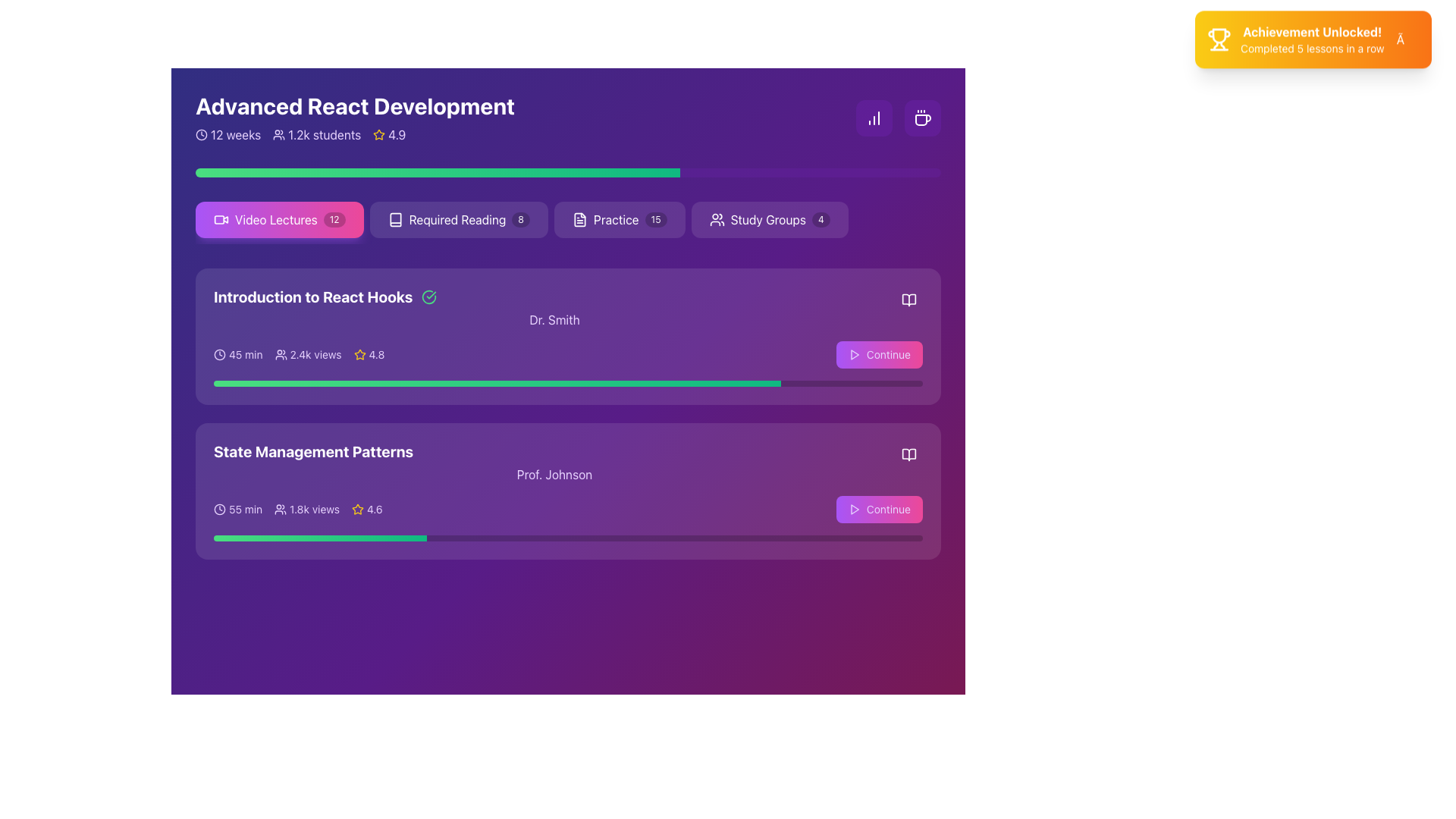  Describe the element at coordinates (379, 133) in the screenshot. I see `the decorative or informational indicator icon representing the rating system located to the left of the numerical rating '4.9' in the header section for 'Advanced React Development'` at that location.